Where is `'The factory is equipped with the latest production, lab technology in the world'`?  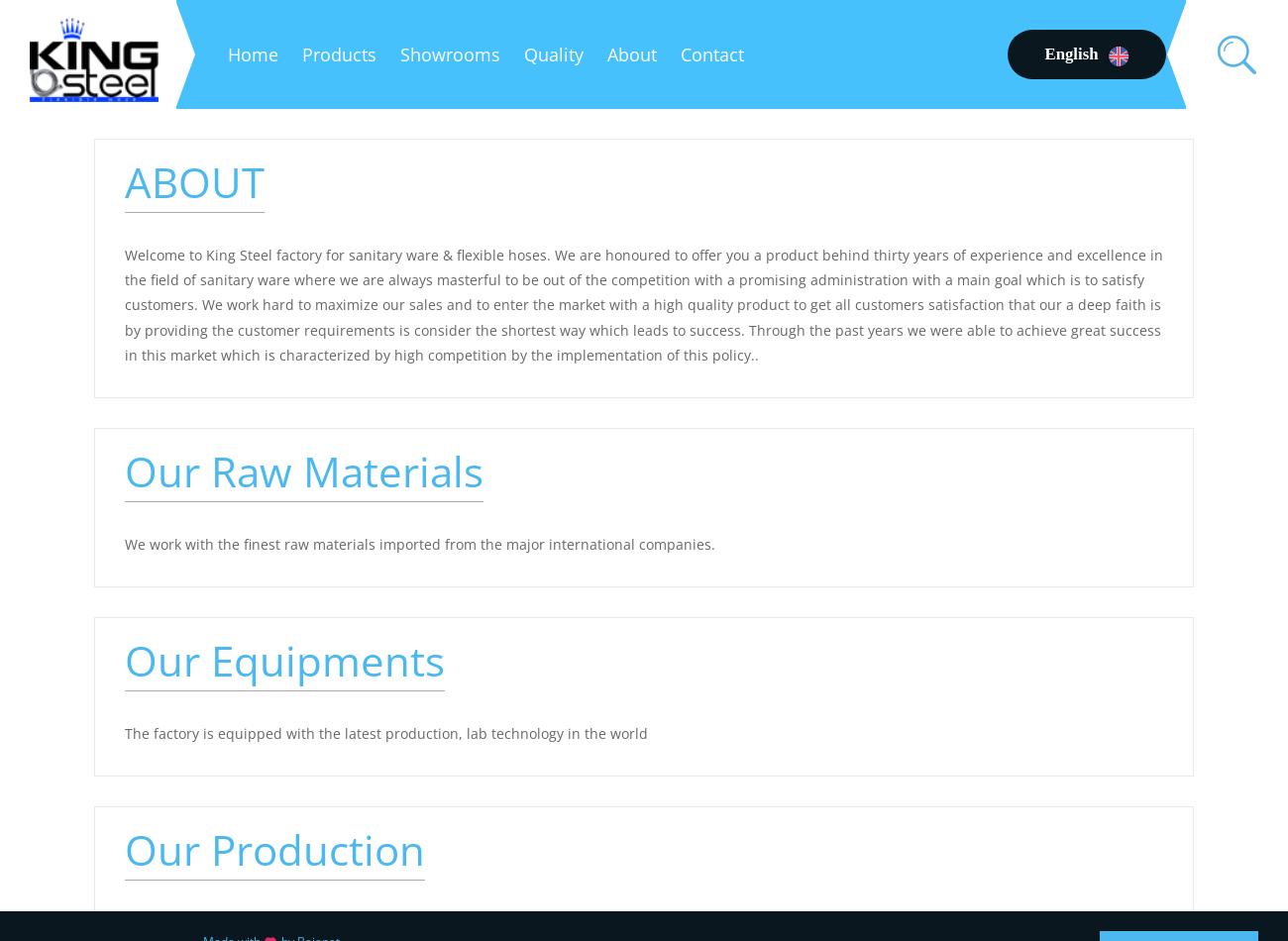 'The factory is equipped with the latest production, lab technology in the world' is located at coordinates (123, 732).